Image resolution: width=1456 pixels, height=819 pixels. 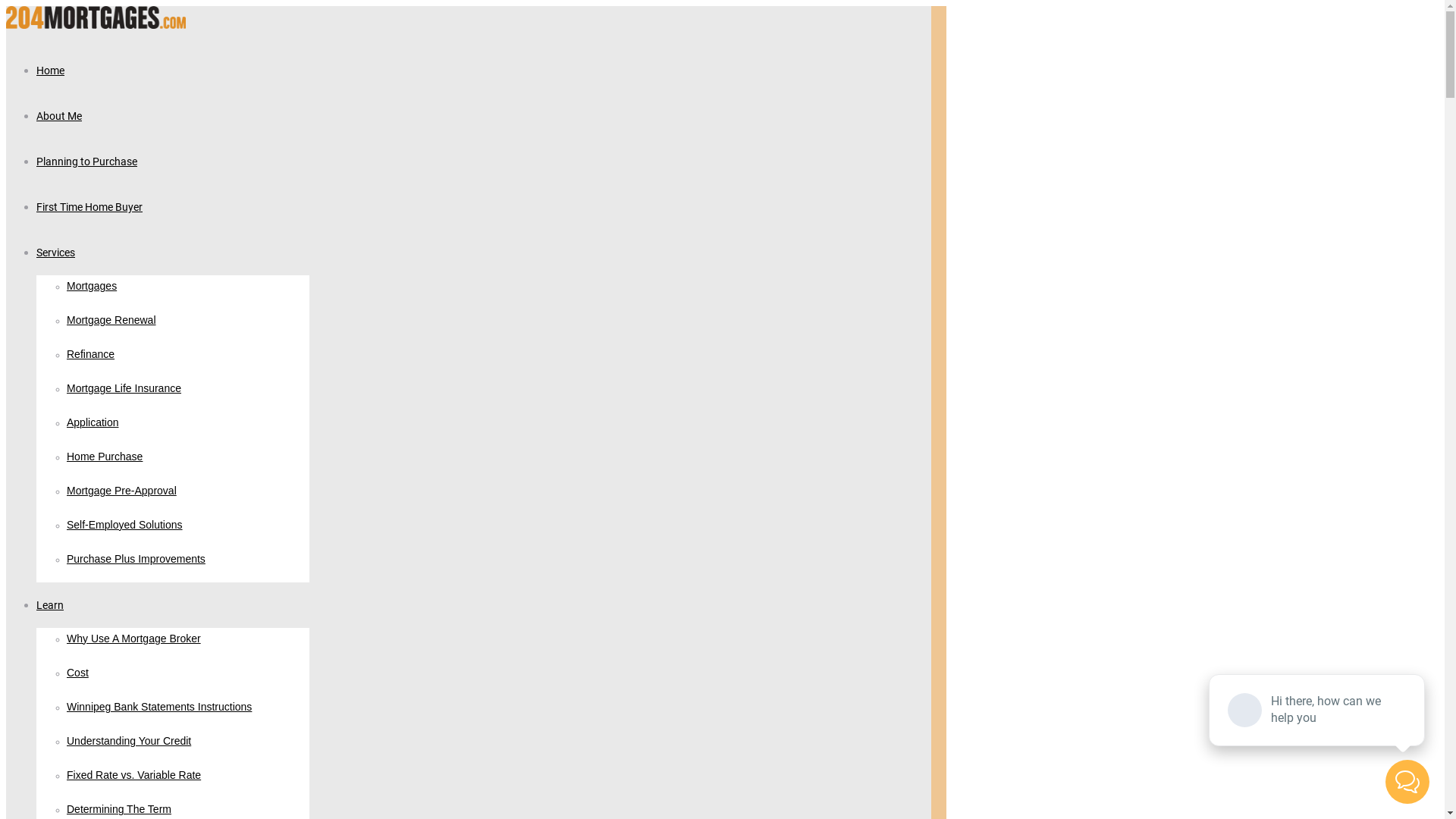 What do you see at coordinates (86, 161) in the screenshot?
I see `'Planning to Purchase'` at bounding box center [86, 161].